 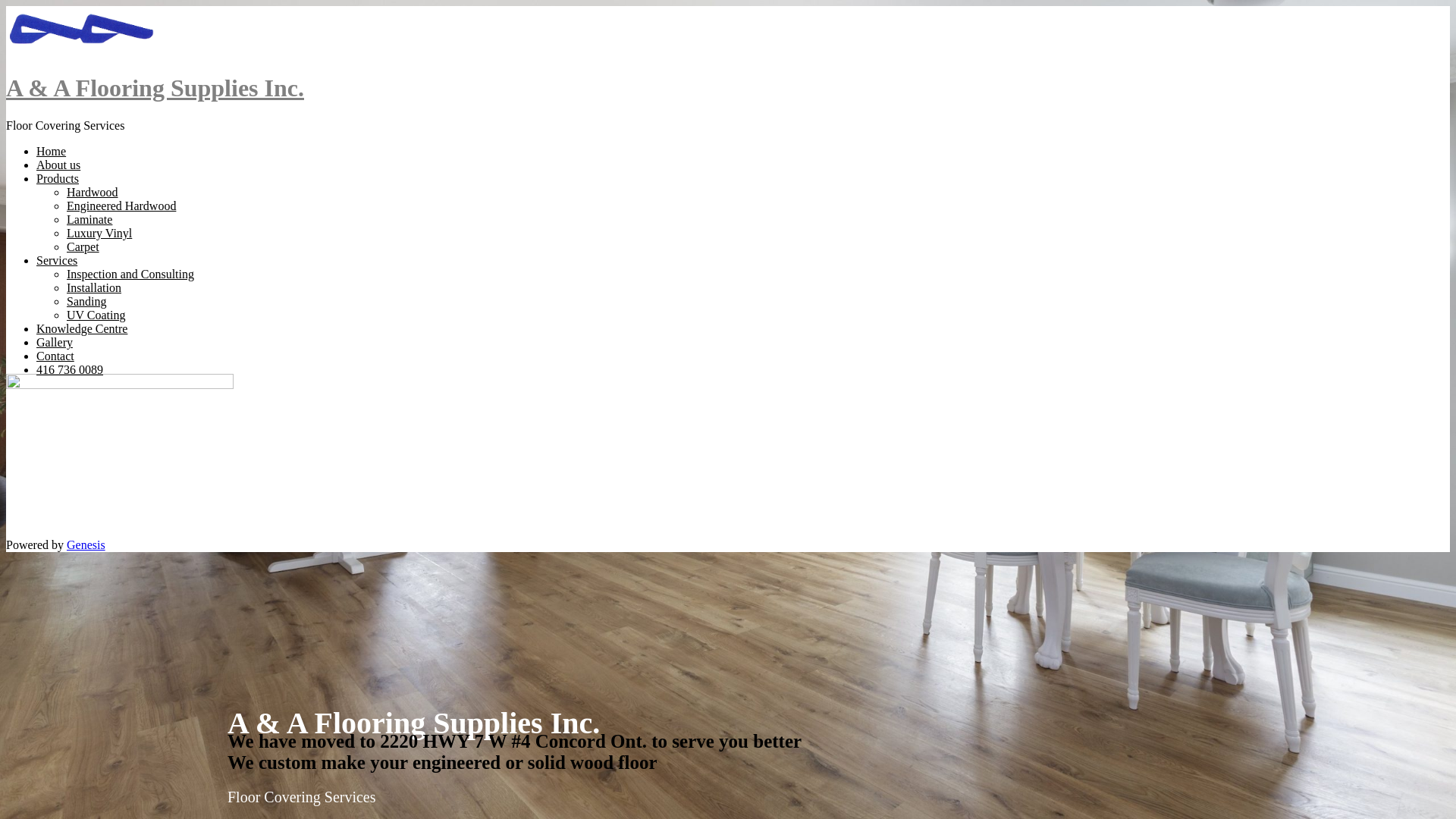 I want to click on 'Luxury Vinyl', so click(x=98, y=233).